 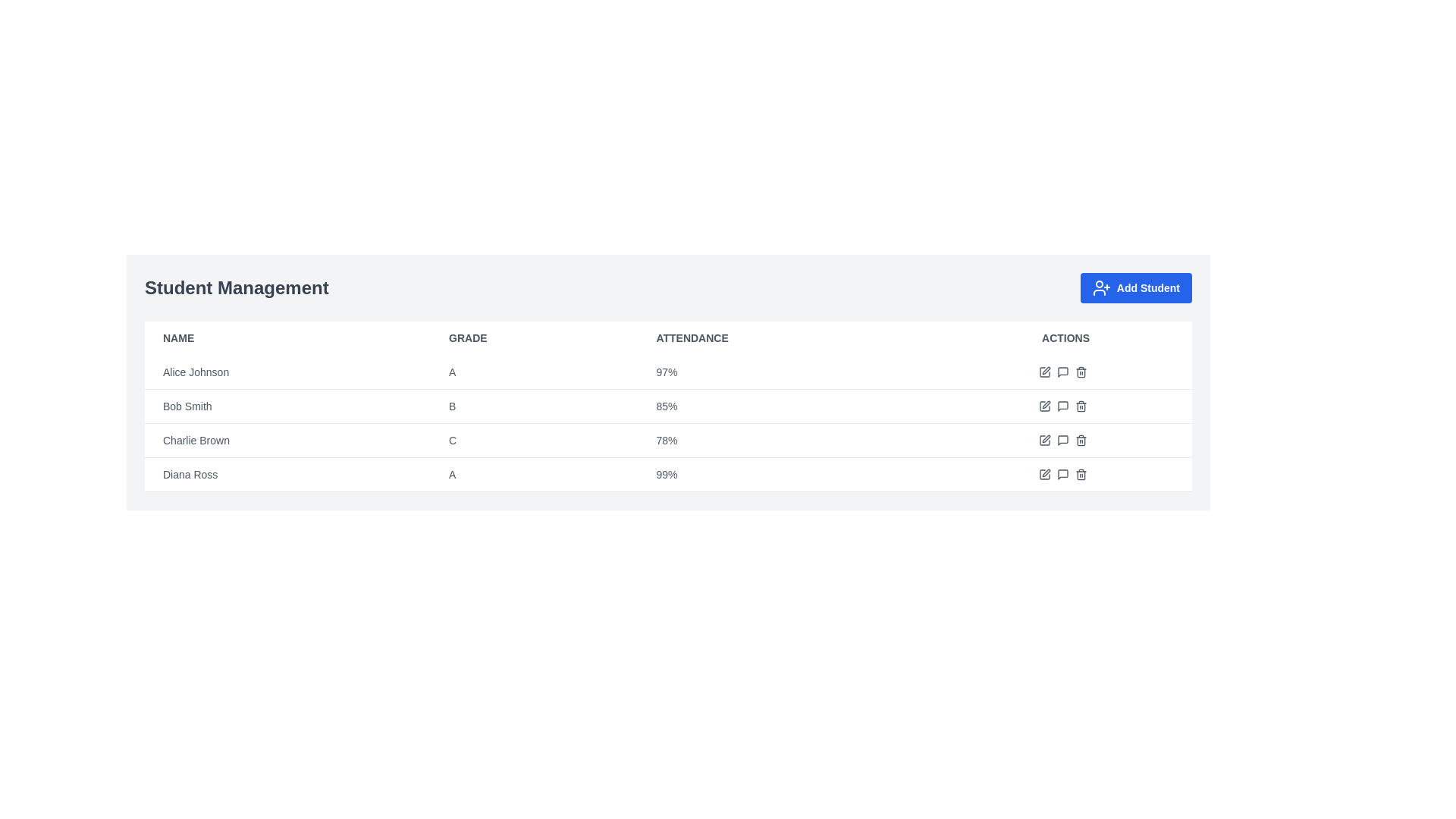 I want to click on the communication icon in the second row of the 'Actions' column next to 'Bob Smith', so click(x=1062, y=406).